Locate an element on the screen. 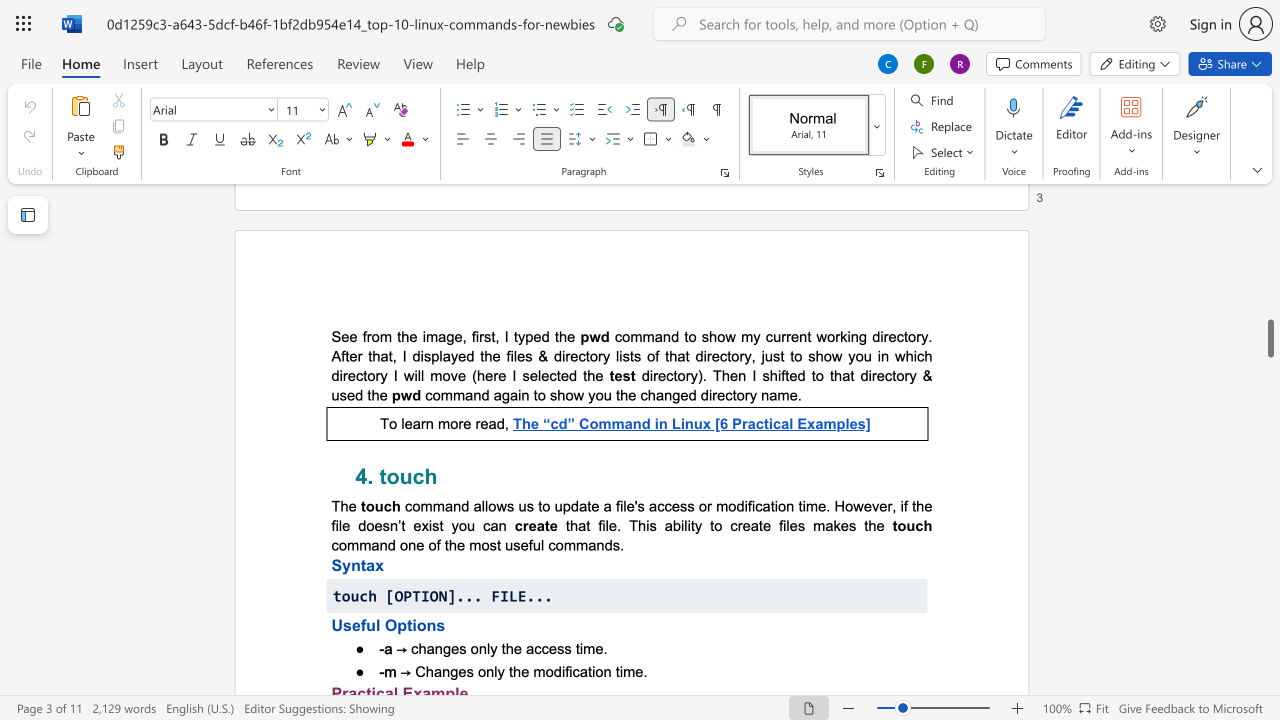 This screenshot has height=720, width=1280. the scrollbar to move the page upward is located at coordinates (1269, 258).